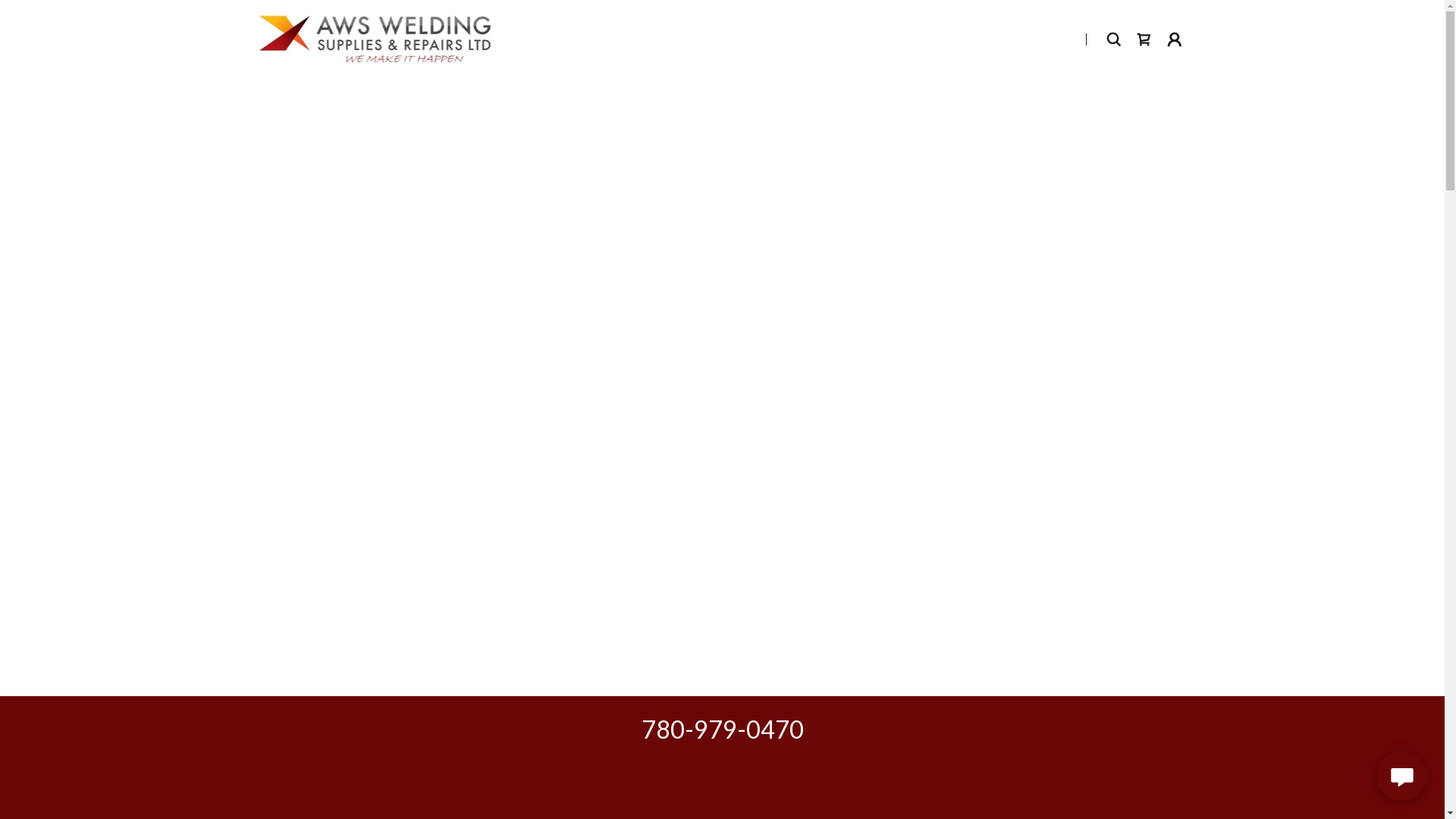 This screenshot has width=1456, height=819. What do you see at coordinates (375, 36) in the screenshot?
I see `'AWS Welding Supplies & Repairs Ltd.'` at bounding box center [375, 36].